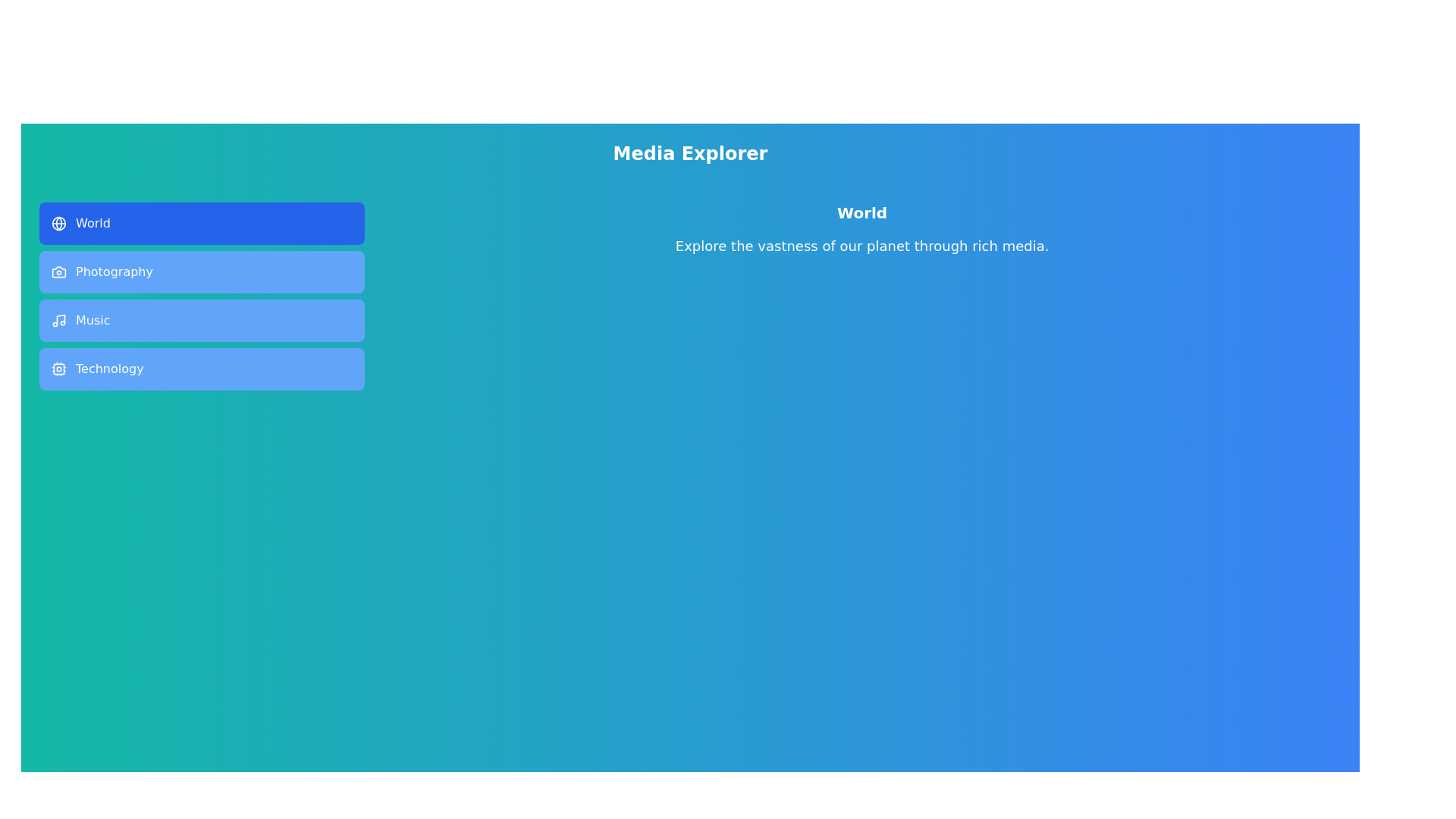 The height and width of the screenshot is (819, 1456). What do you see at coordinates (201, 369) in the screenshot?
I see `the tab labeled 'Technology'` at bounding box center [201, 369].